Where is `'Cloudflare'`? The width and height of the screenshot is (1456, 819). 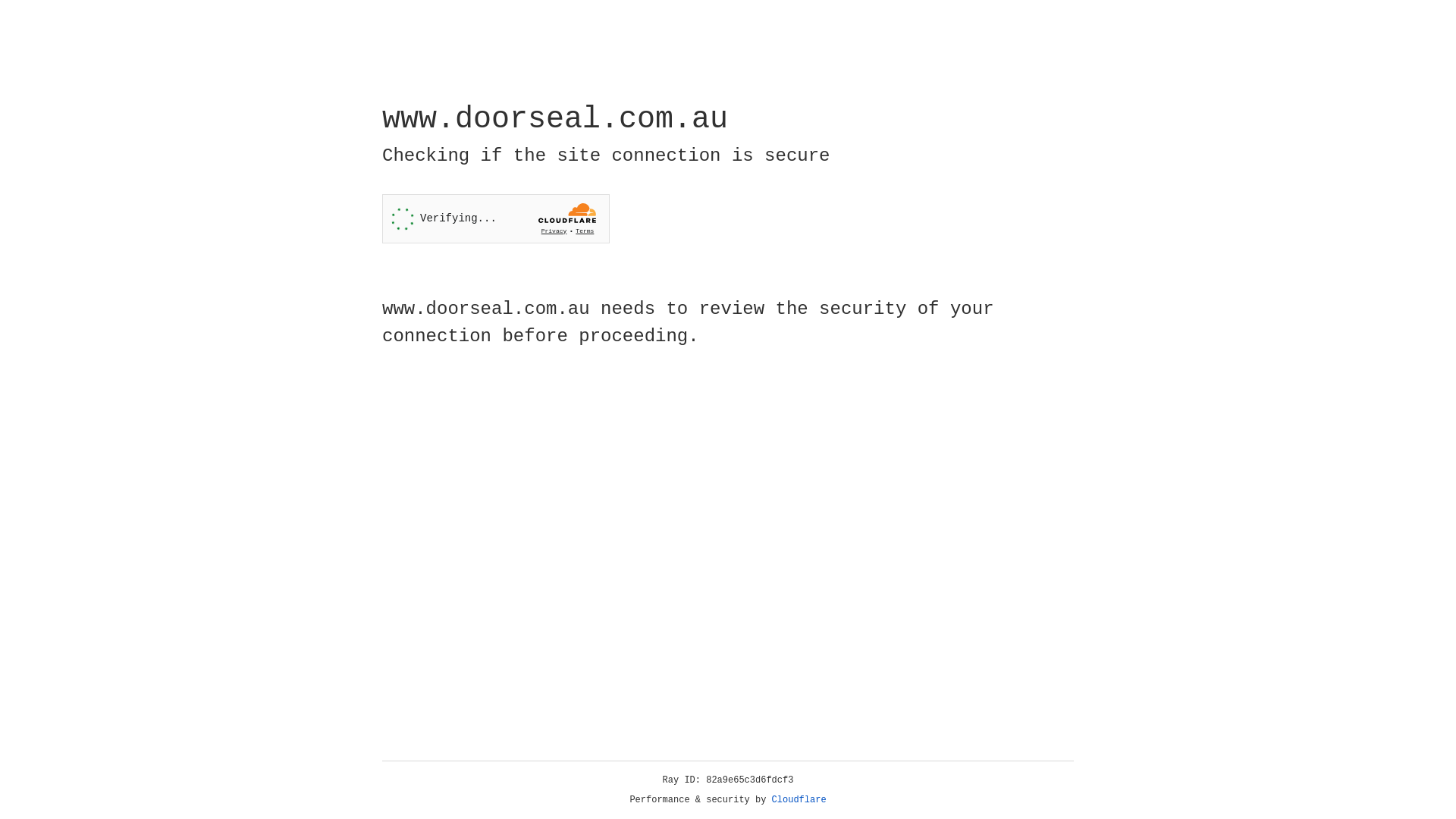
'Cloudflare' is located at coordinates (799, 799).